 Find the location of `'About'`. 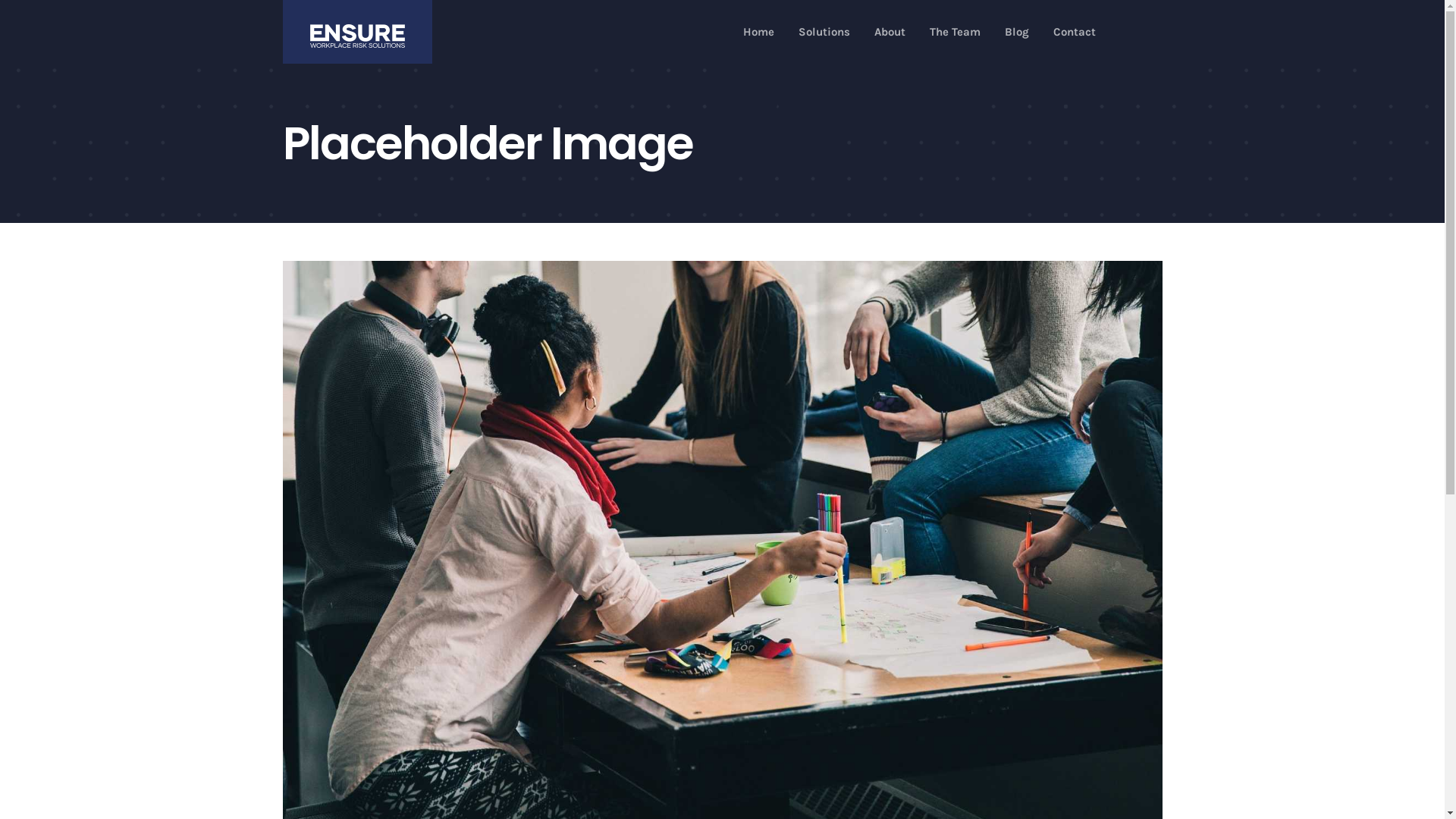

'About' is located at coordinates (890, 32).